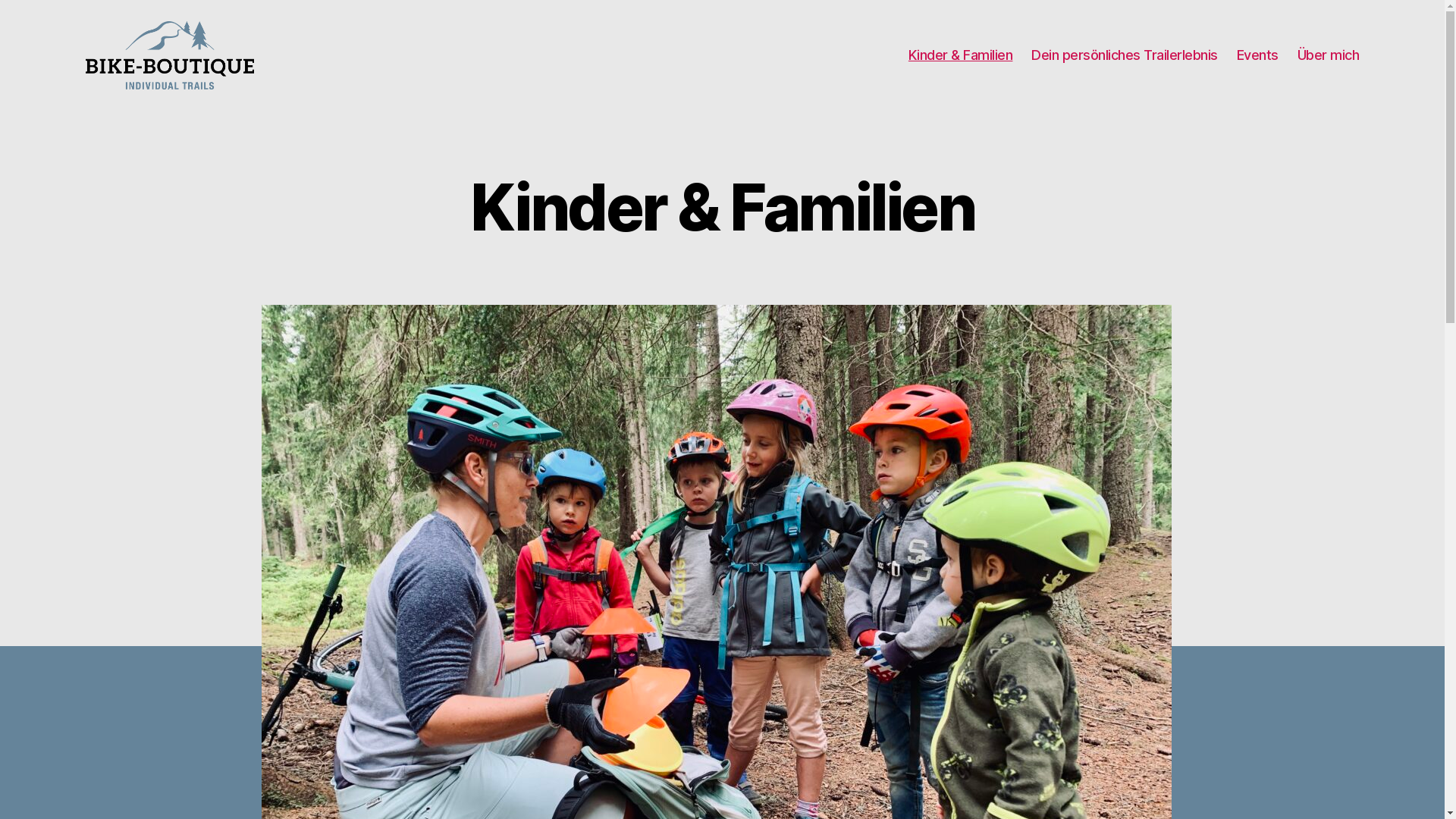 The width and height of the screenshot is (1456, 819). What do you see at coordinates (1237, 55) in the screenshot?
I see `'Events'` at bounding box center [1237, 55].